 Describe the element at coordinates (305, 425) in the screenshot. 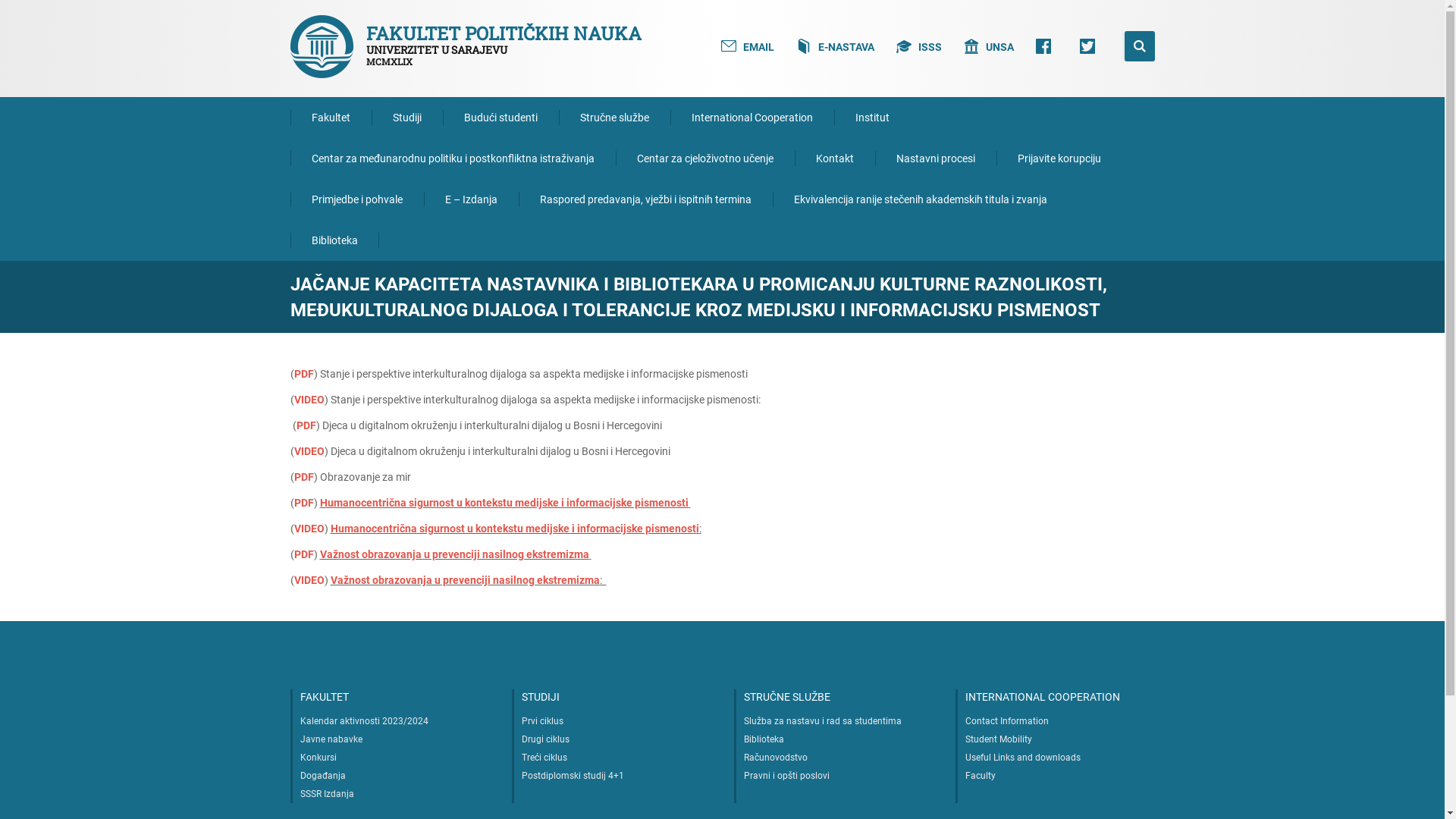

I see `'PDF'` at that location.